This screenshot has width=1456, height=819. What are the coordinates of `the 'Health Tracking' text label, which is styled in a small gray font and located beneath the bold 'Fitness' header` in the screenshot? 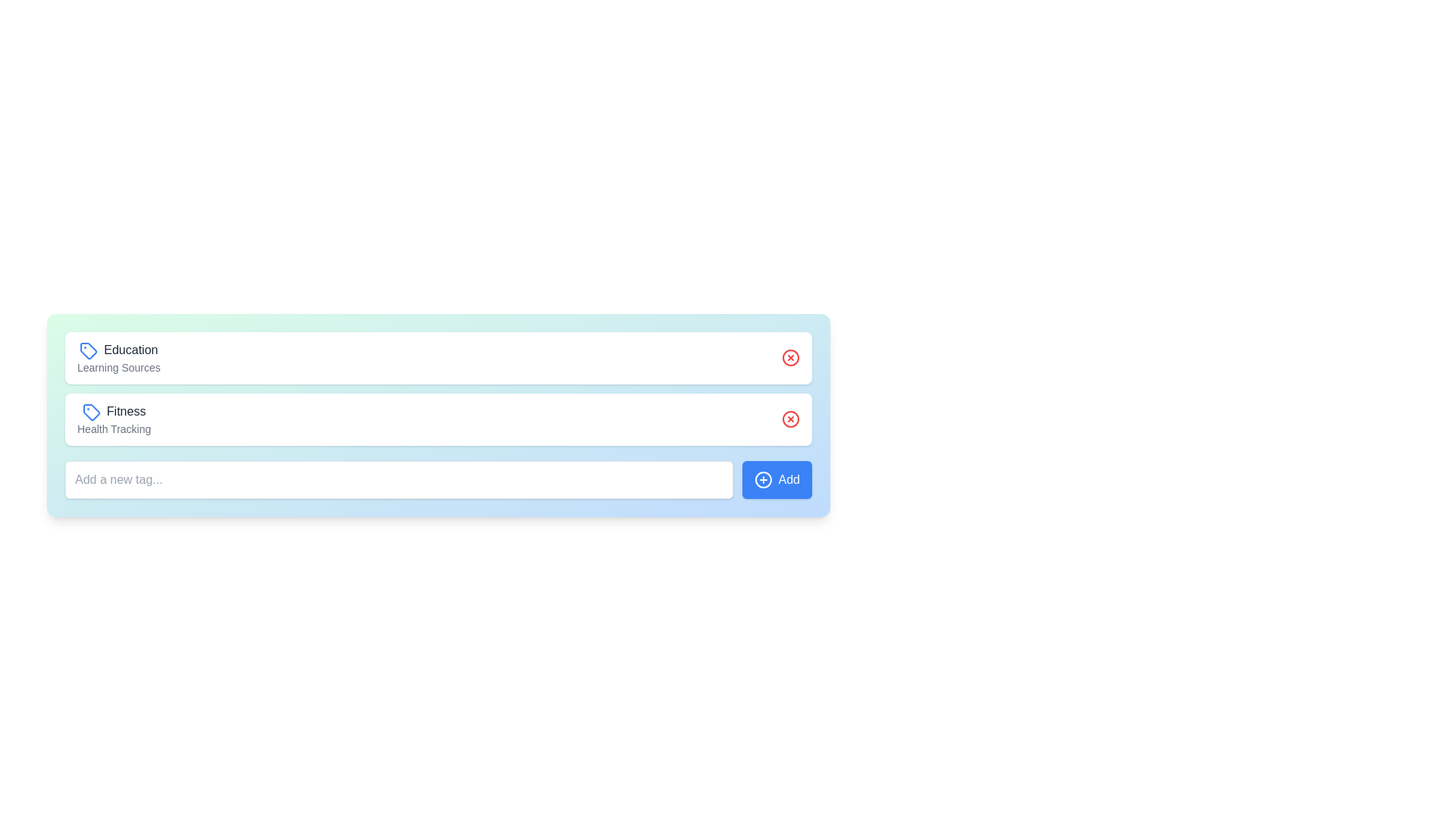 It's located at (113, 428).